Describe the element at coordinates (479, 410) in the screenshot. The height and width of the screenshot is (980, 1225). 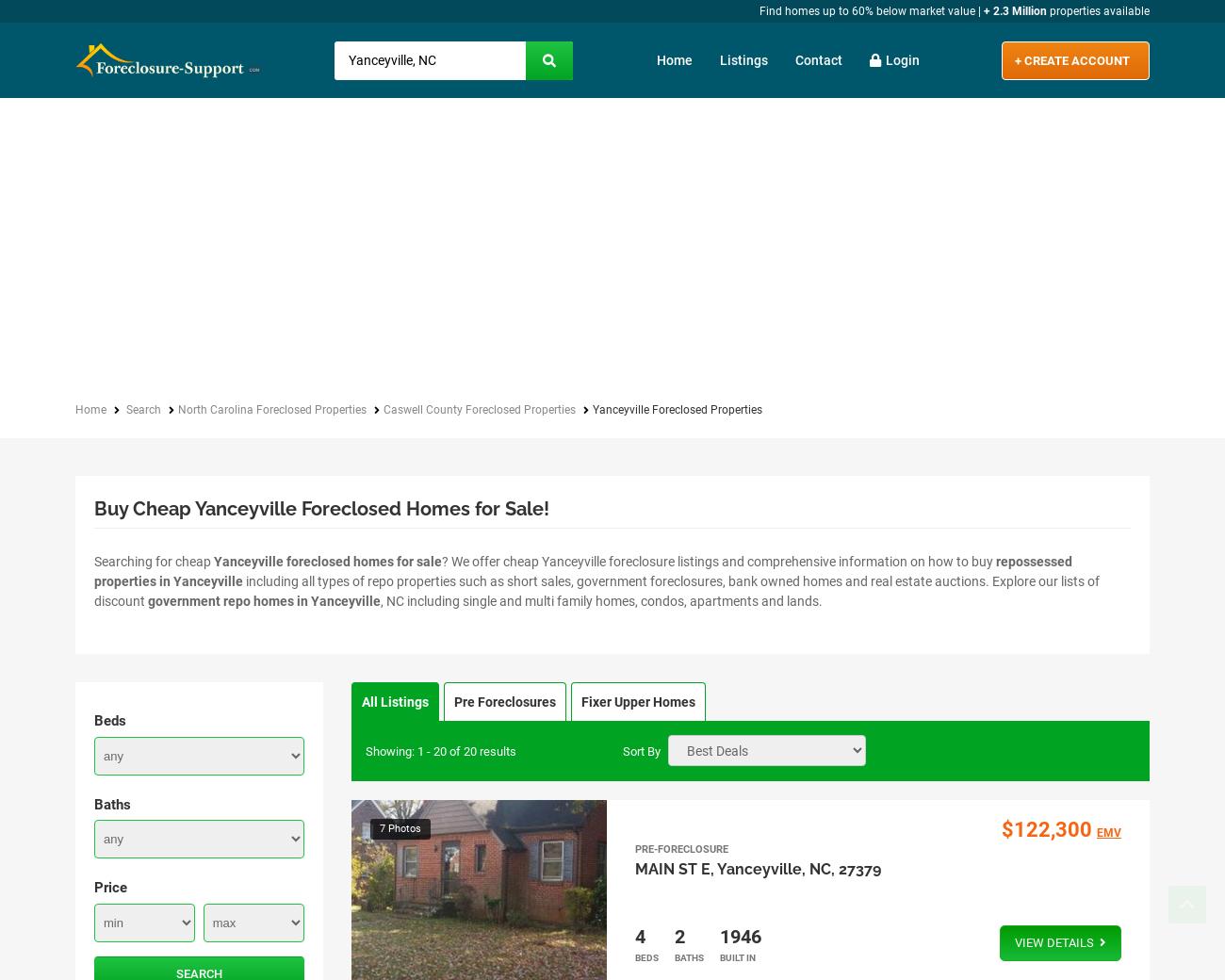
I see `'Caswell County Foreclosed Properties'` at that location.